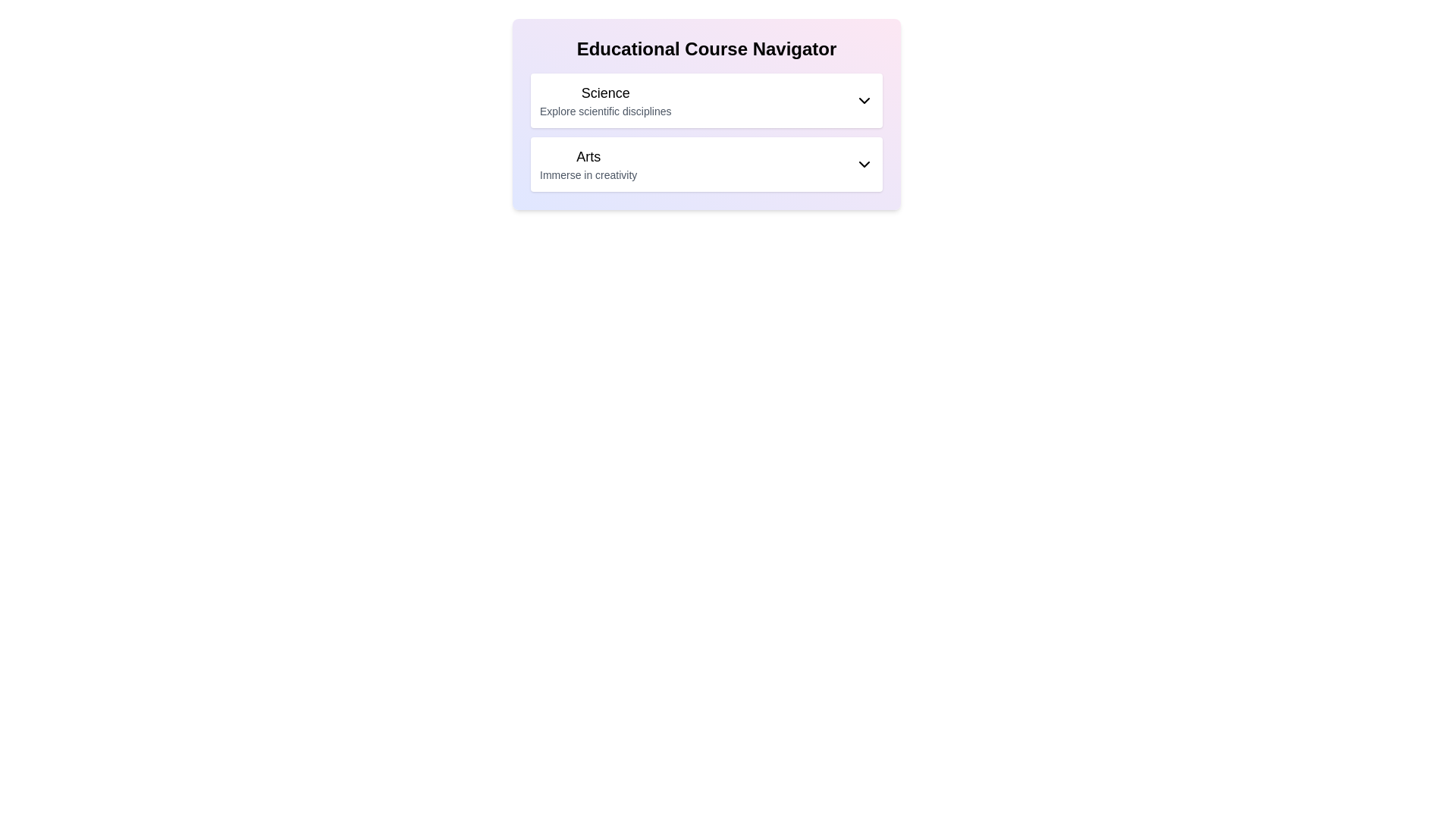 This screenshot has width=1456, height=819. Describe the element at coordinates (604, 100) in the screenshot. I see `the Text block element displaying 'Science' and 'Explore scientific disciplines', which is located beneath the 'Educational Course Navigator' heading` at that location.